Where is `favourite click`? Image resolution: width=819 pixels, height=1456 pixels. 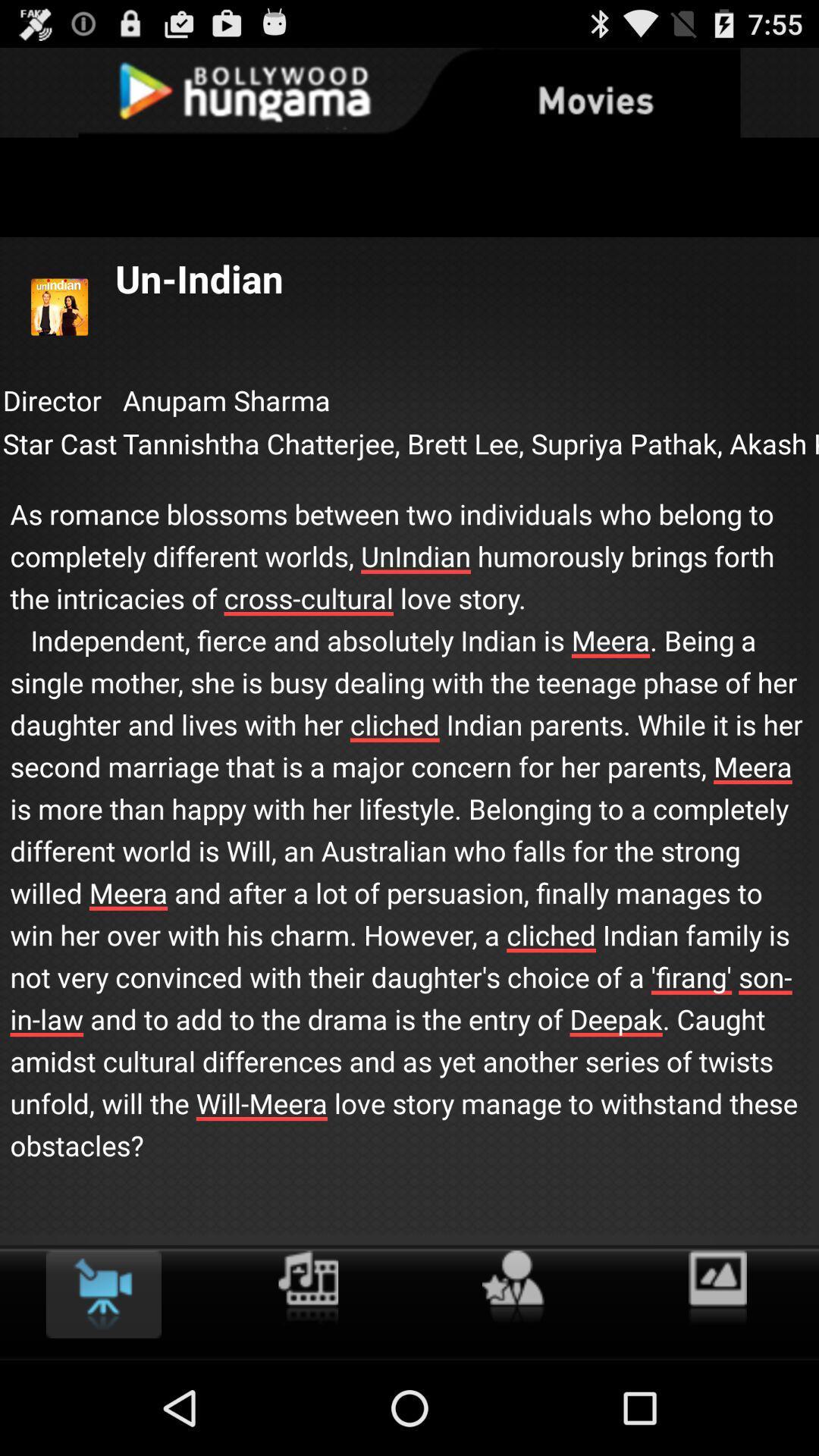
favourite click is located at coordinates (512, 1287).